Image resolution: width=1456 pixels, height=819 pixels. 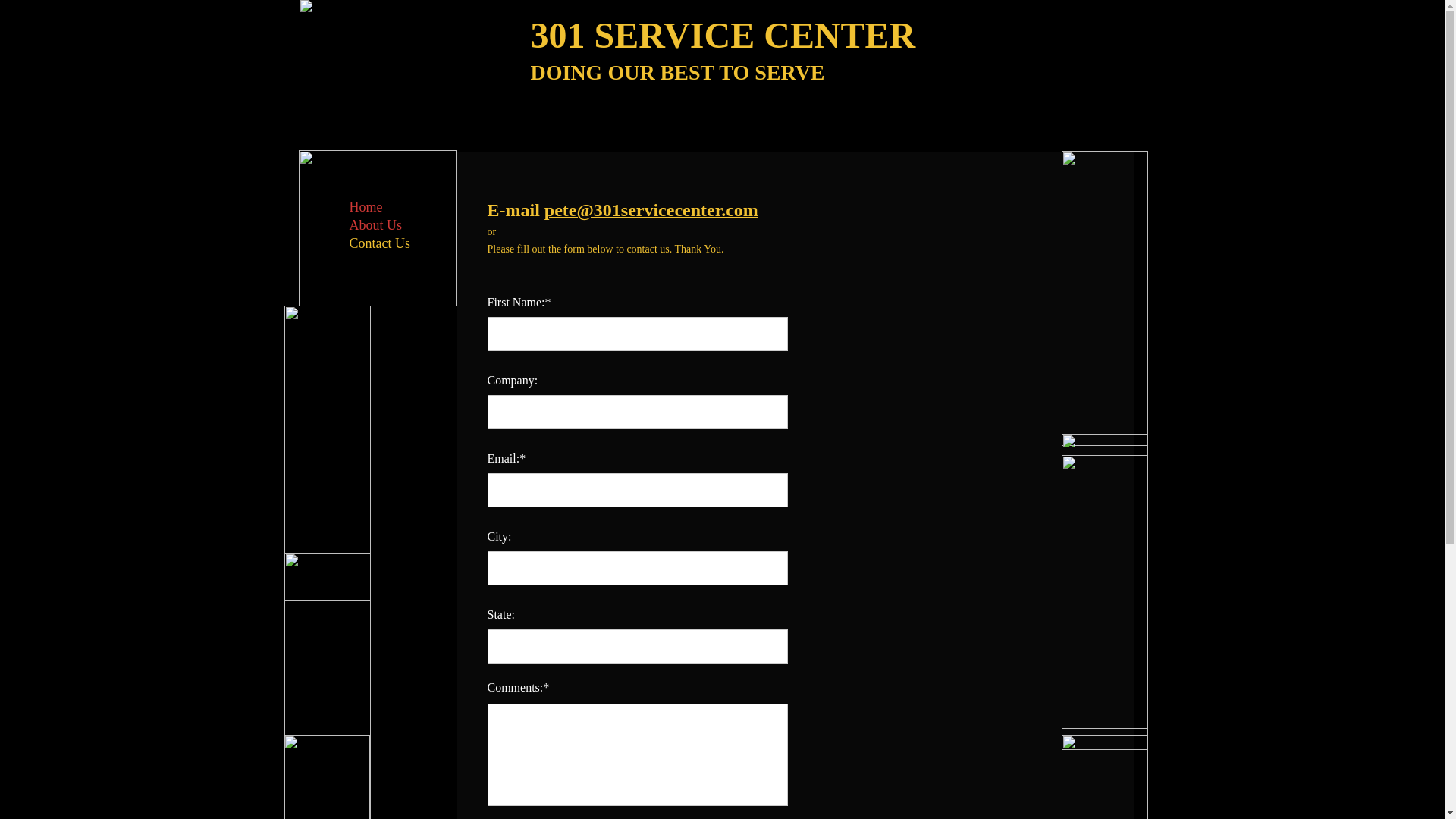 What do you see at coordinates (1105, 580) in the screenshot?
I see `'original.jpg'` at bounding box center [1105, 580].